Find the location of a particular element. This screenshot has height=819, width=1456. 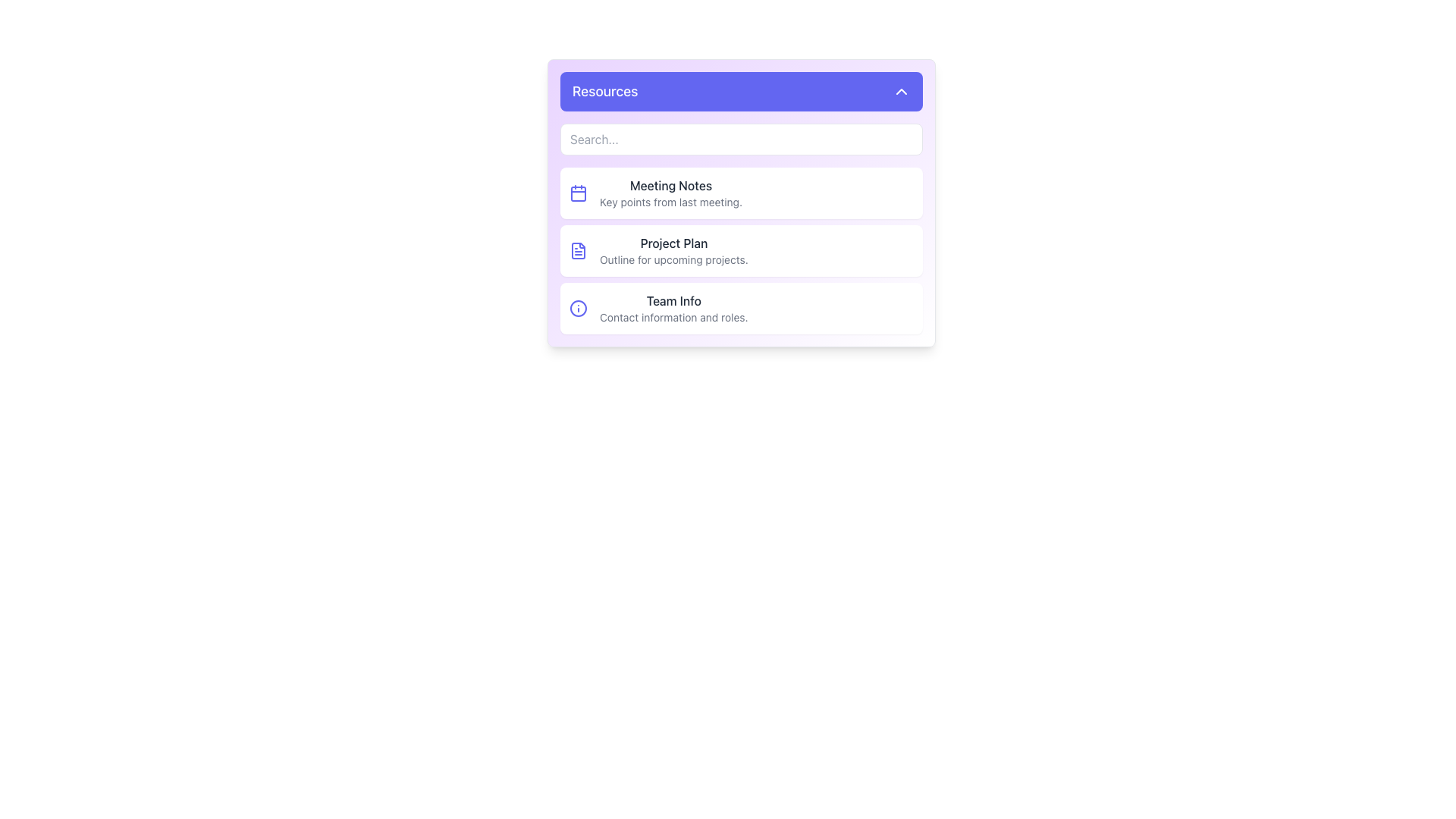

the text element 'Project Plan', which is displayed in bold, medium-sized dark gray font, located within the 'Resources' section of the card-like interface is located at coordinates (673, 242).